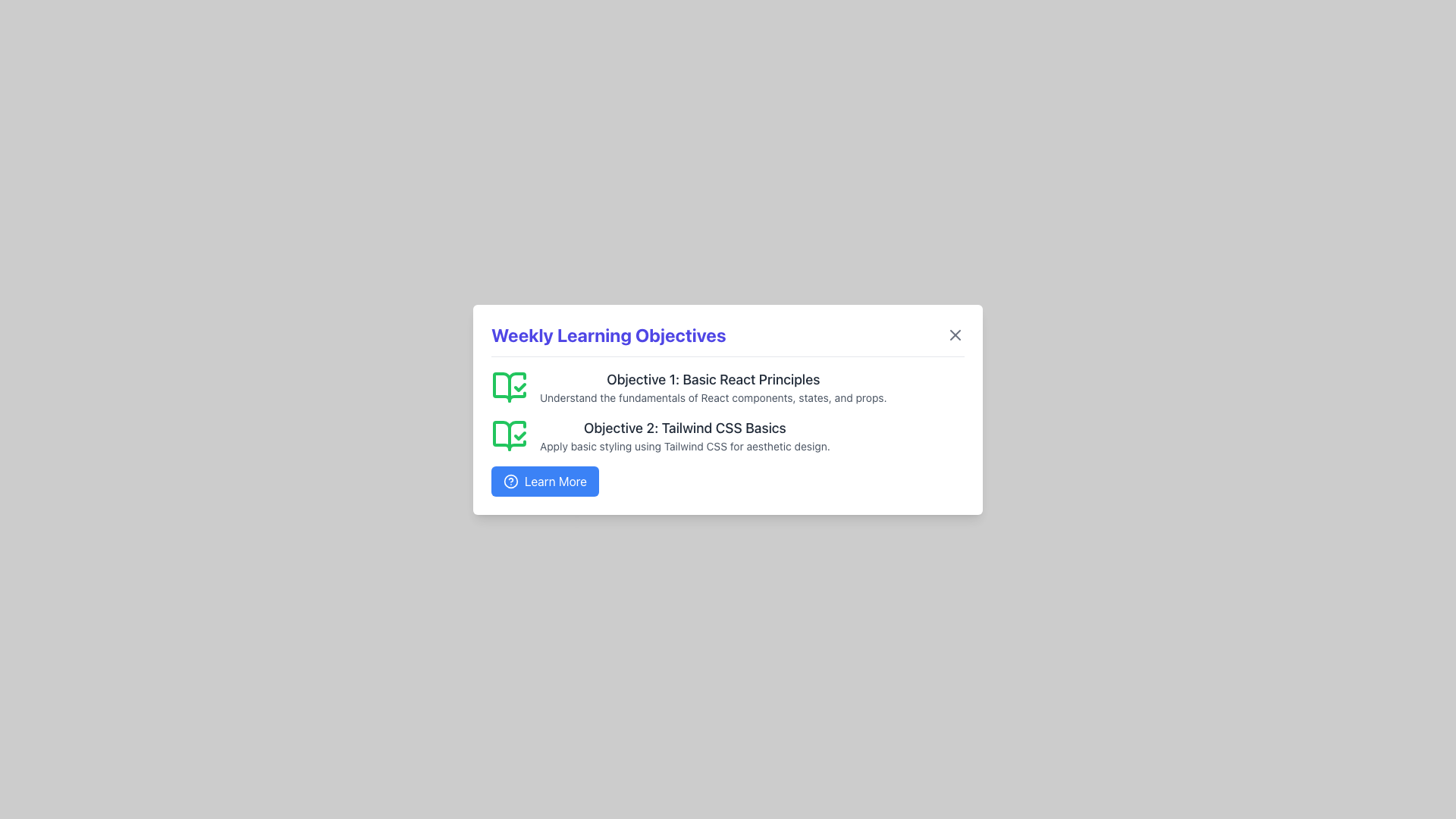  What do you see at coordinates (510, 481) in the screenshot?
I see `the SVG circle graphic located in the top-right corner of the 'Weekly Learning Objectives' modal dialog` at bounding box center [510, 481].